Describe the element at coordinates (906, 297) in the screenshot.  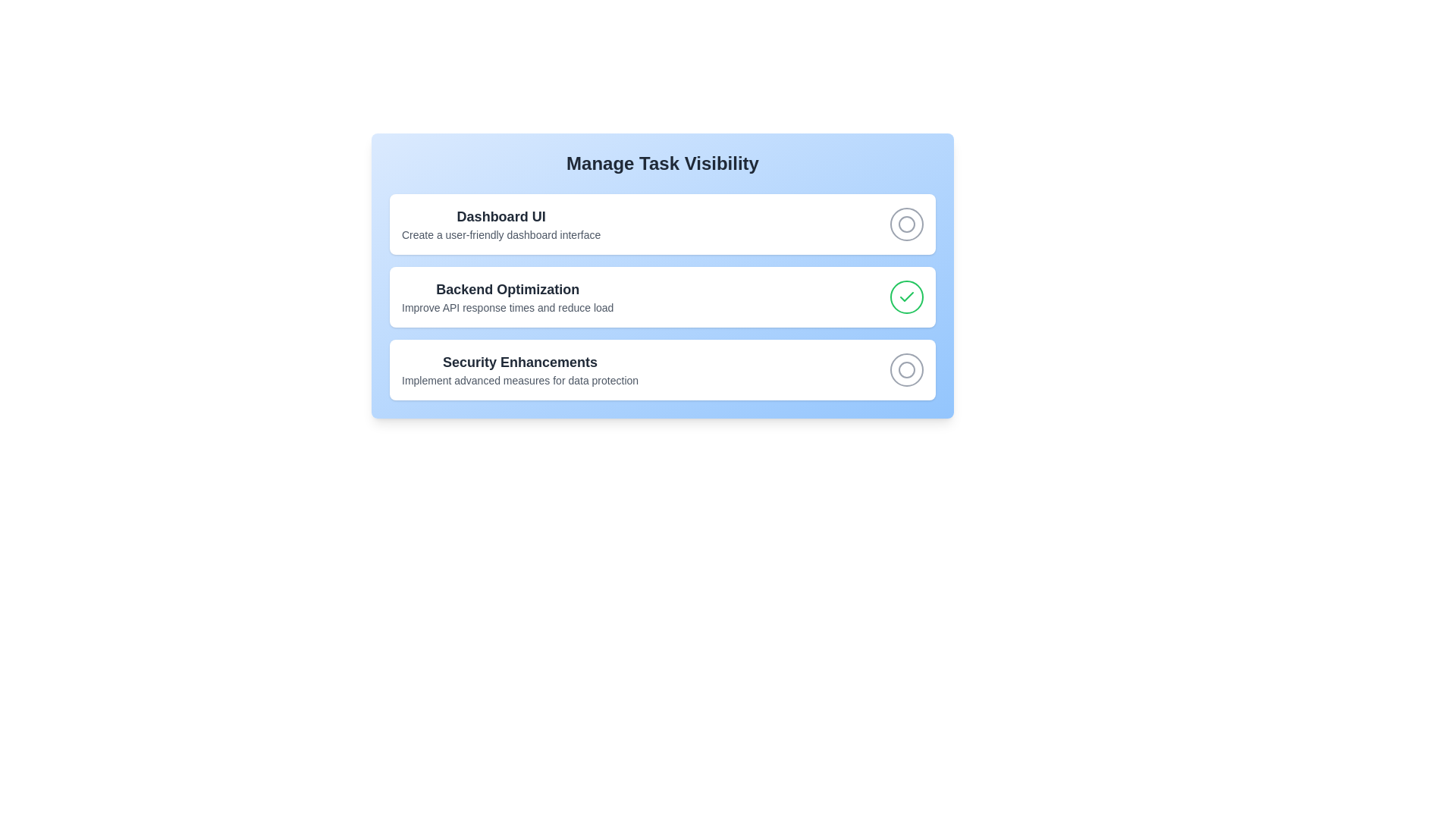
I see `the button for marking the 'Backend Optimization' task as completed or active` at that location.